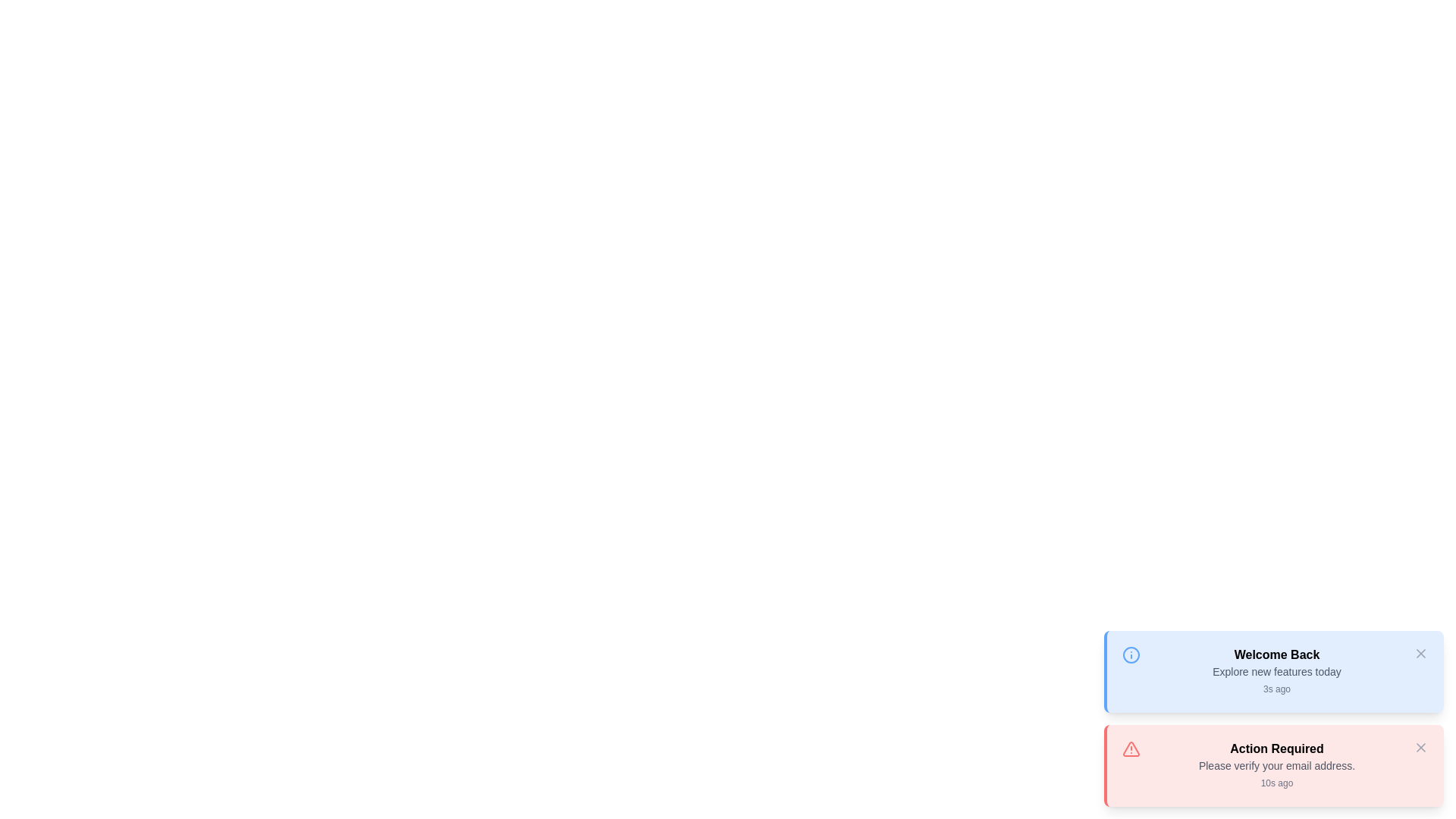 The height and width of the screenshot is (819, 1456). Describe the element at coordinates (1420, 747) in the screenshot. I see `close button of the snackbar with the title Action Required` at that location.